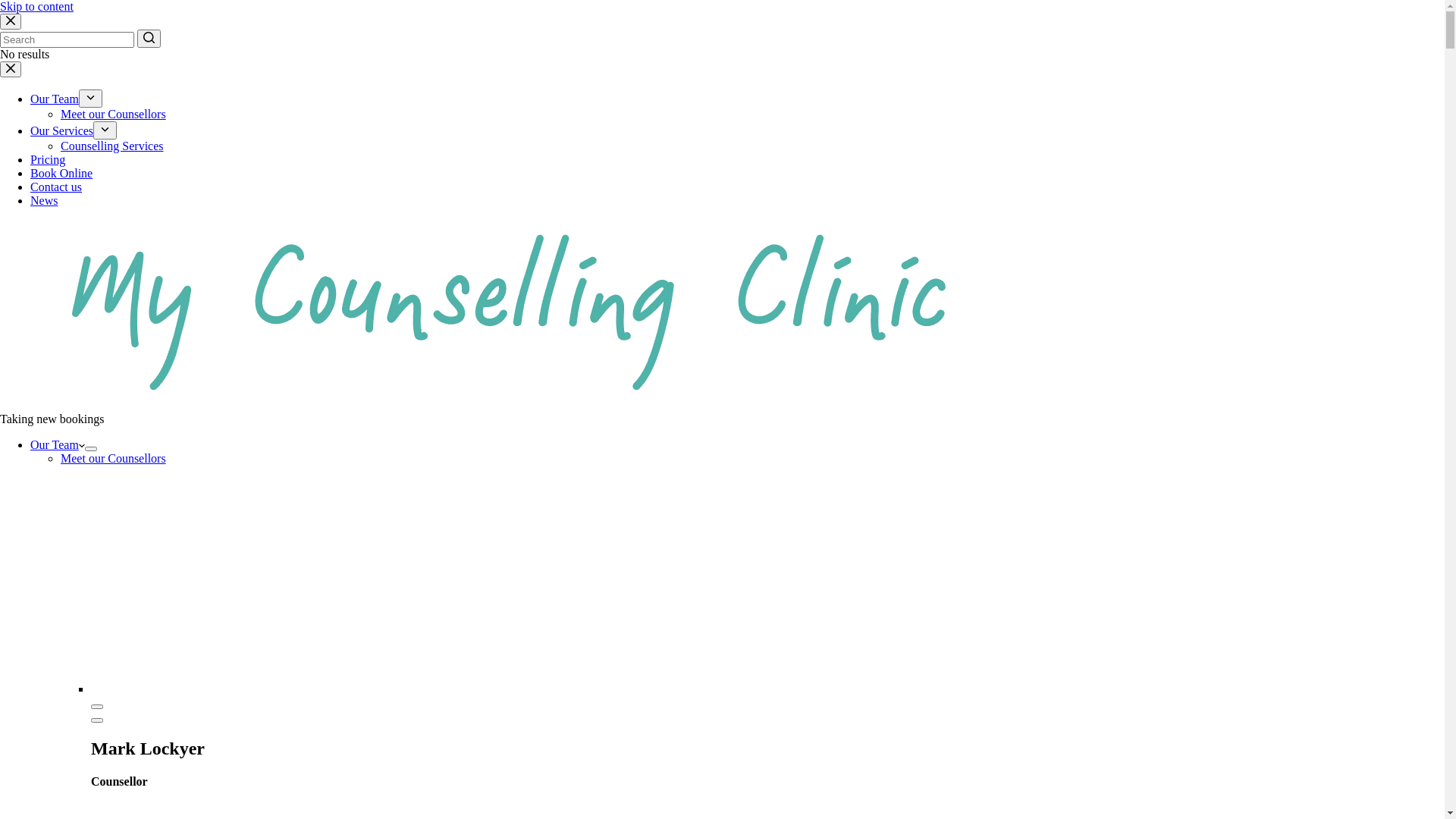 The height and width of the screenshot is (819, 1456). Describe the element at coordinates (111, 146) in the screenshot. I see `'Counselling Services'` at that location.